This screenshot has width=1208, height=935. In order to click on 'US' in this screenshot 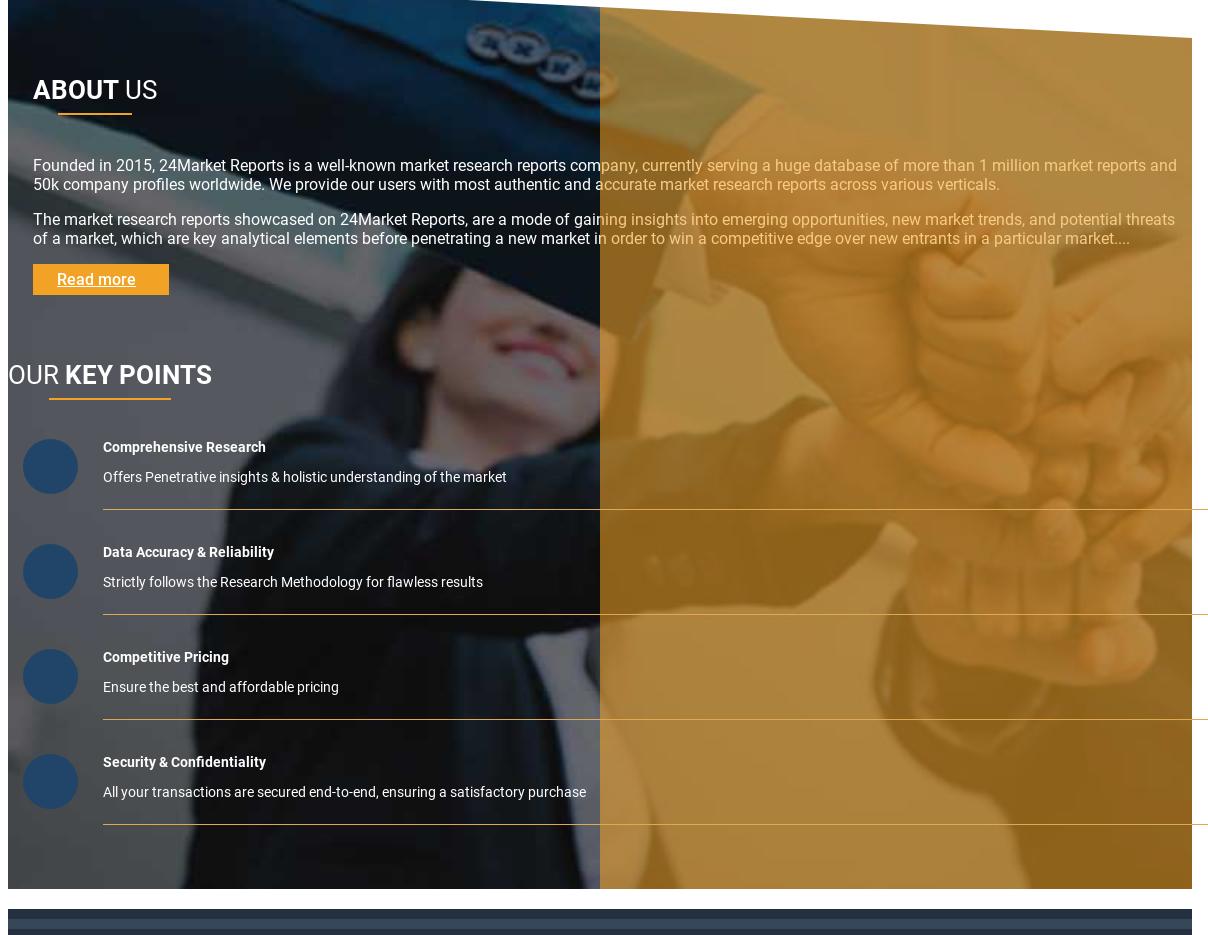, I will do `click(117, 89)`.